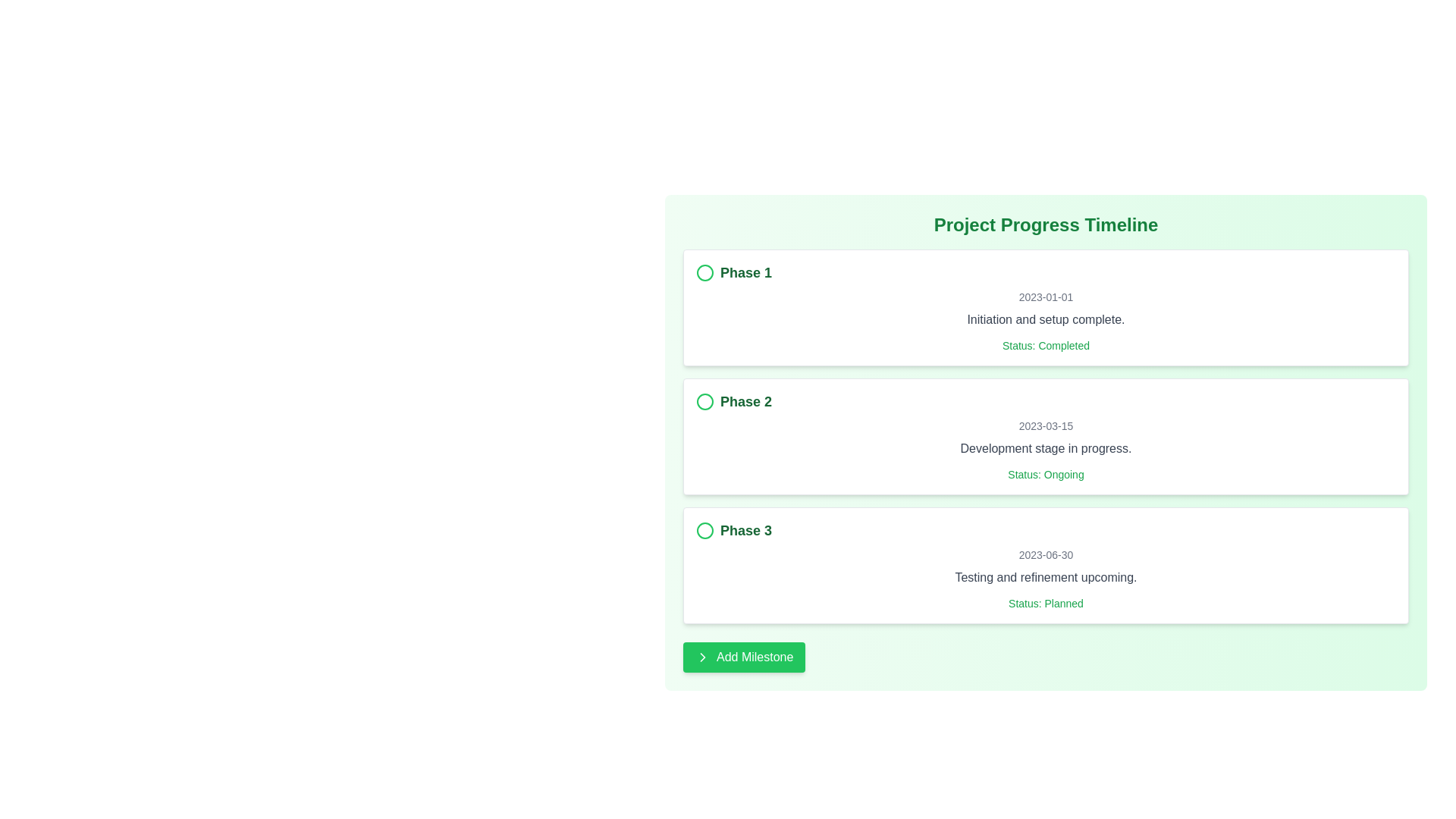  What do you see at coordinates (704, 400) in the screenshot?
I see `the circular Indicator Icon preceding the label 'Phase 2' in the project progress timeline` at bounding box center [704, 400].